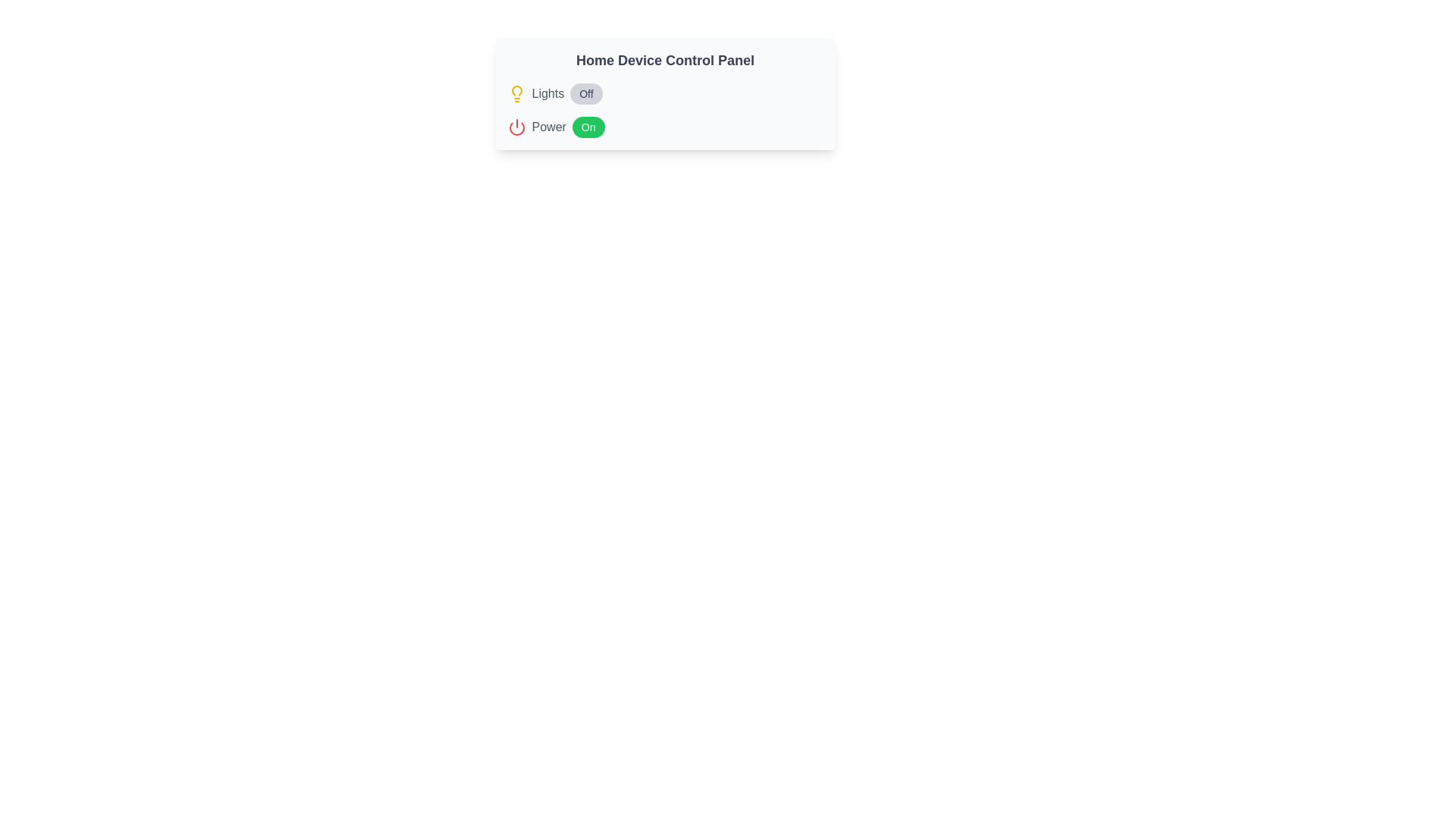 The width and height of the screenshot is (1456, 819). What do you see at coordinates (665, 110) in the screenshot?
I see `the 'Off' button in the Home Device Control Panel to change the light state` at bounding box center [665, 110].